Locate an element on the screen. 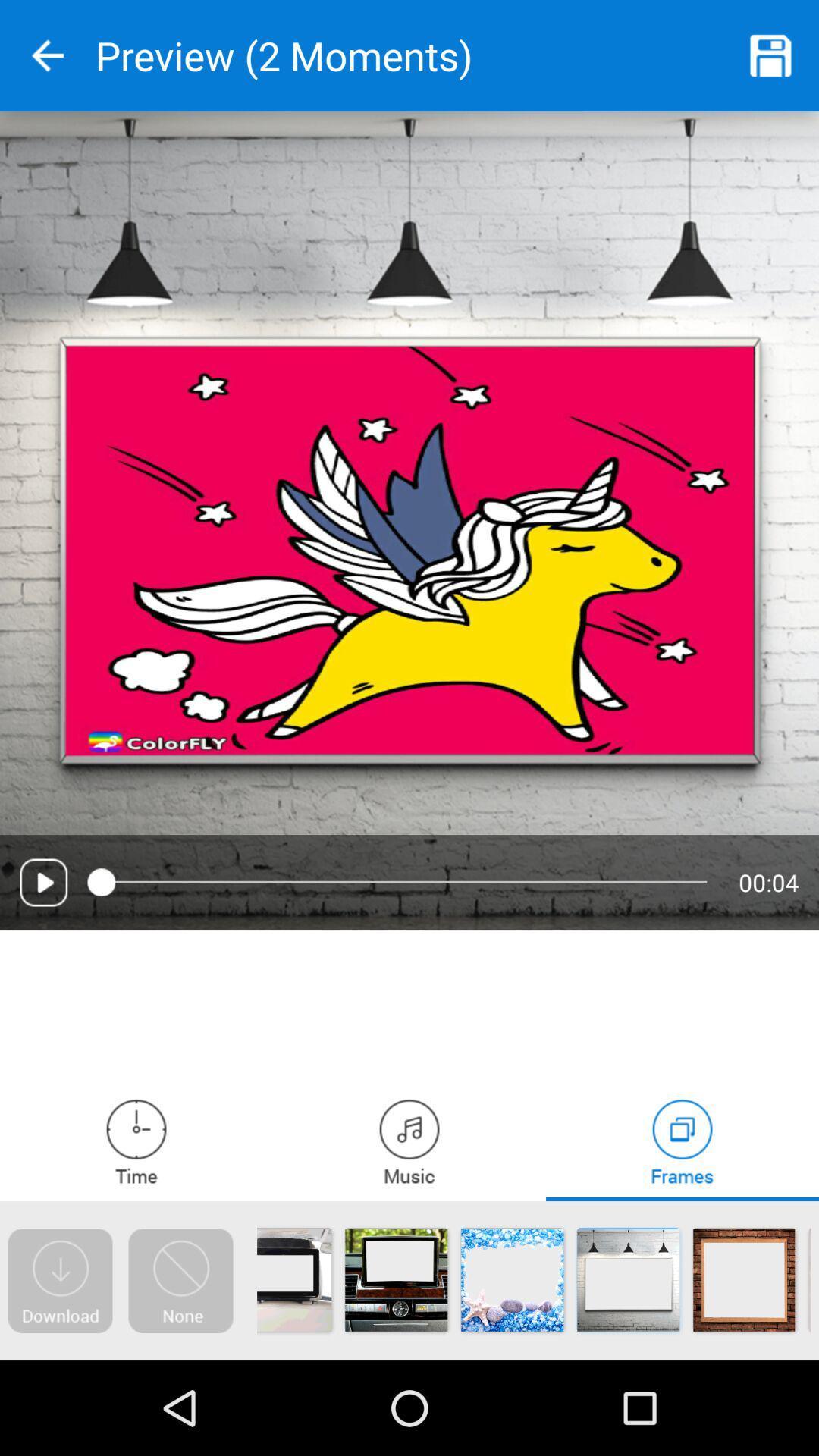 This screenshot has width=819, height=1456. save is located at coordinates (771, 55).